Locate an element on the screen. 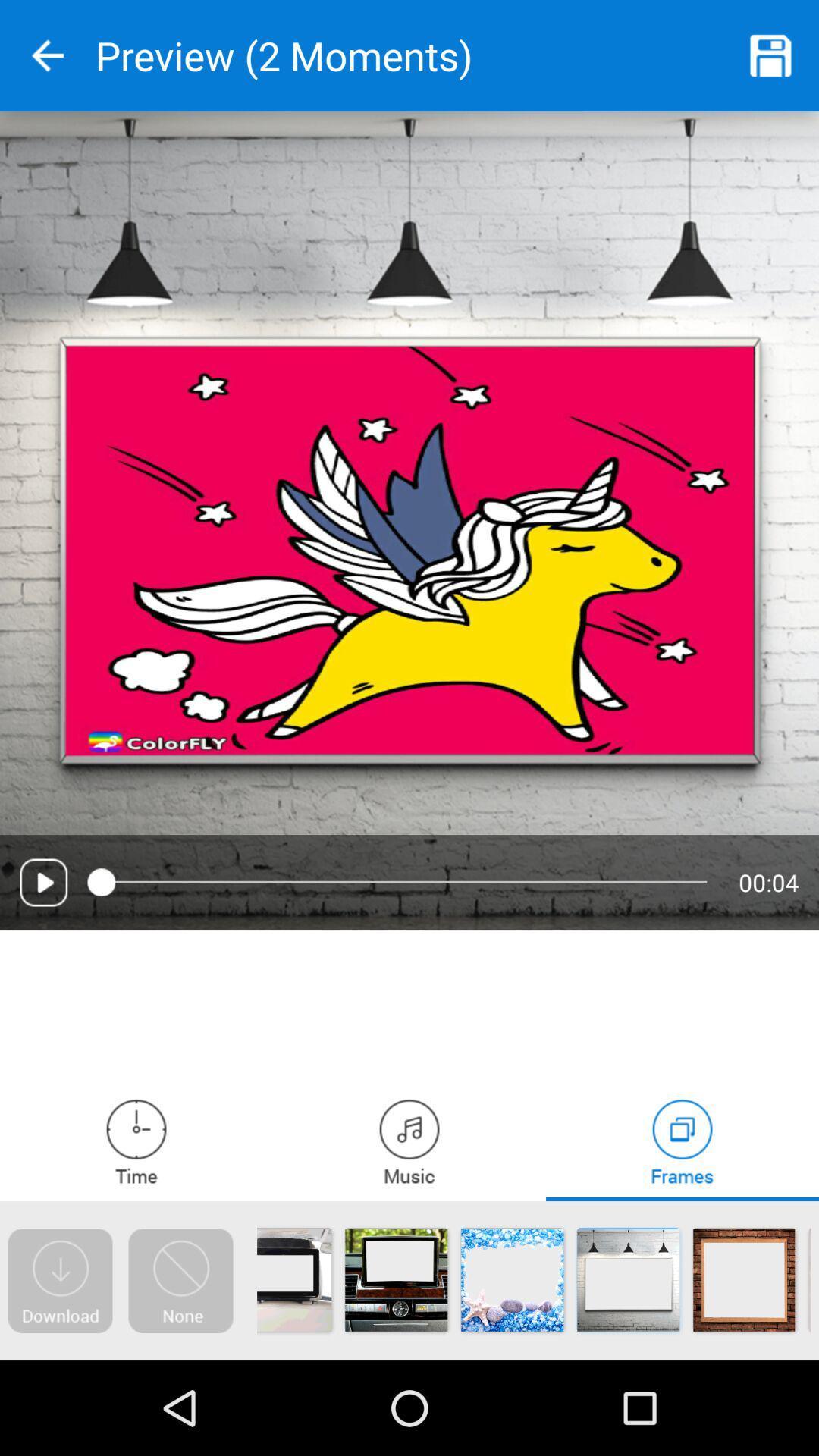 This screenshot has width=819, height=1456. save is located at coordinates (771, 55).